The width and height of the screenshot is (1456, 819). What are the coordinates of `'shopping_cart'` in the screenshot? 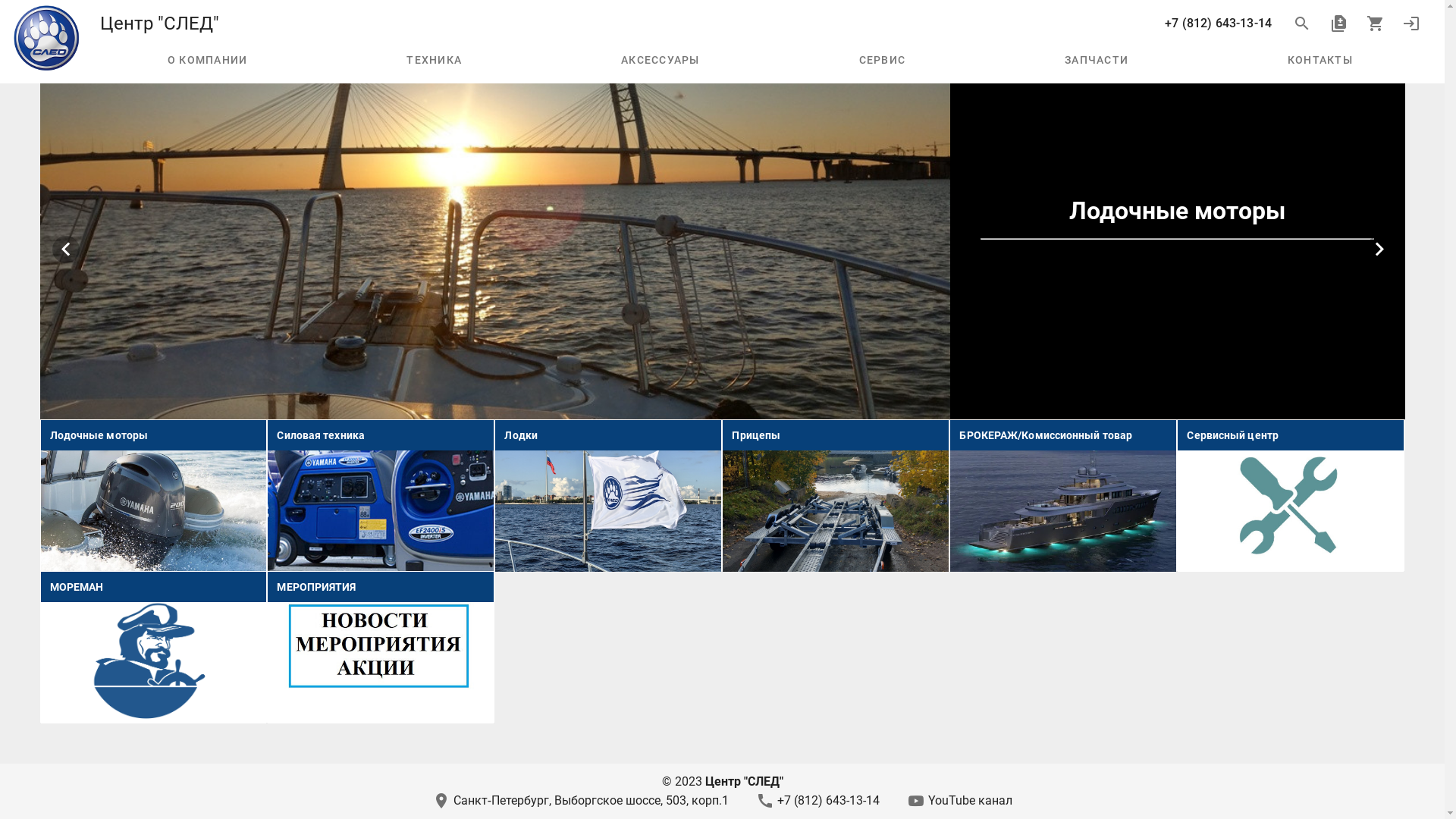 It's located at (1357, 23).